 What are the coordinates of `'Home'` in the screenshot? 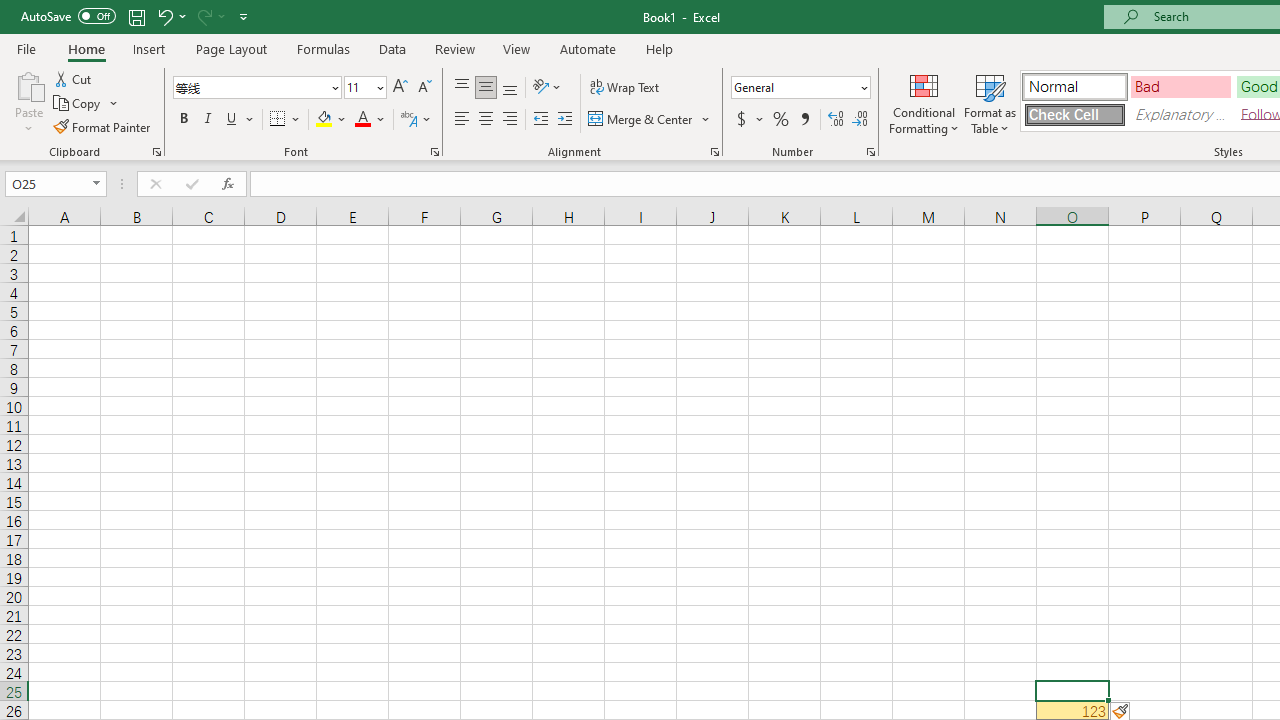 It's located at (85, 48).